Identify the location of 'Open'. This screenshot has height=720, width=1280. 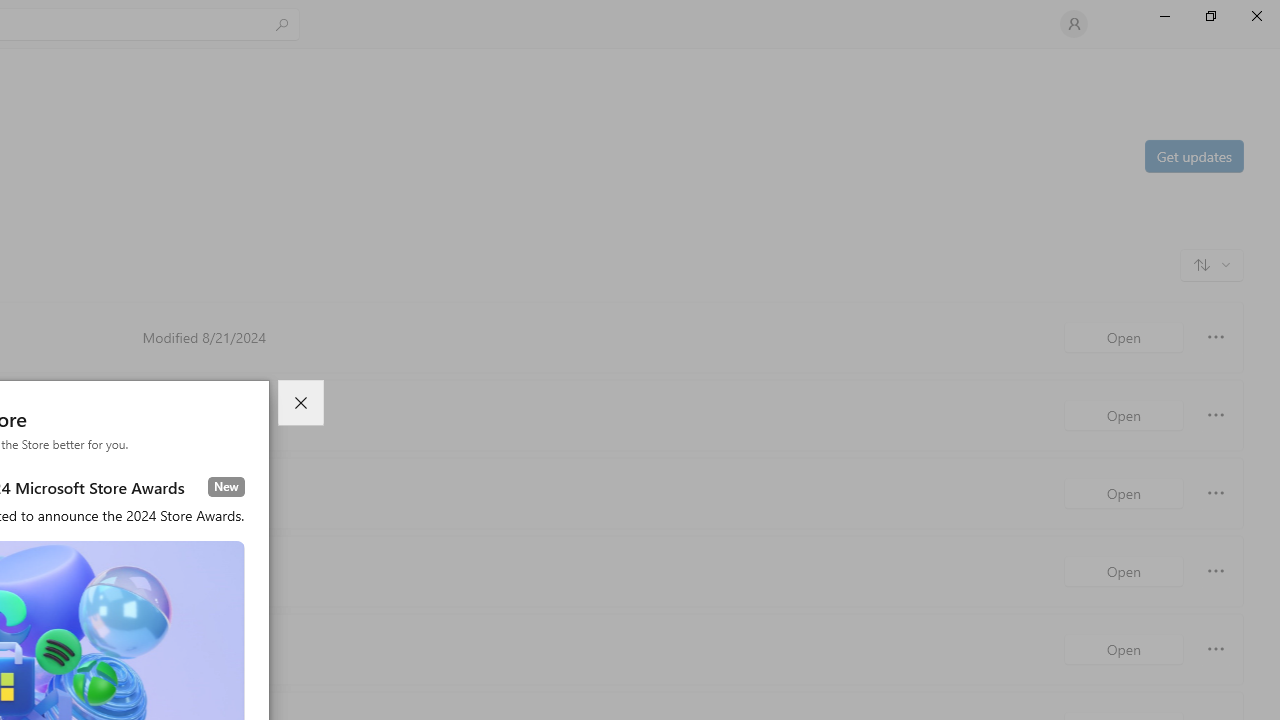
(1123, 649).